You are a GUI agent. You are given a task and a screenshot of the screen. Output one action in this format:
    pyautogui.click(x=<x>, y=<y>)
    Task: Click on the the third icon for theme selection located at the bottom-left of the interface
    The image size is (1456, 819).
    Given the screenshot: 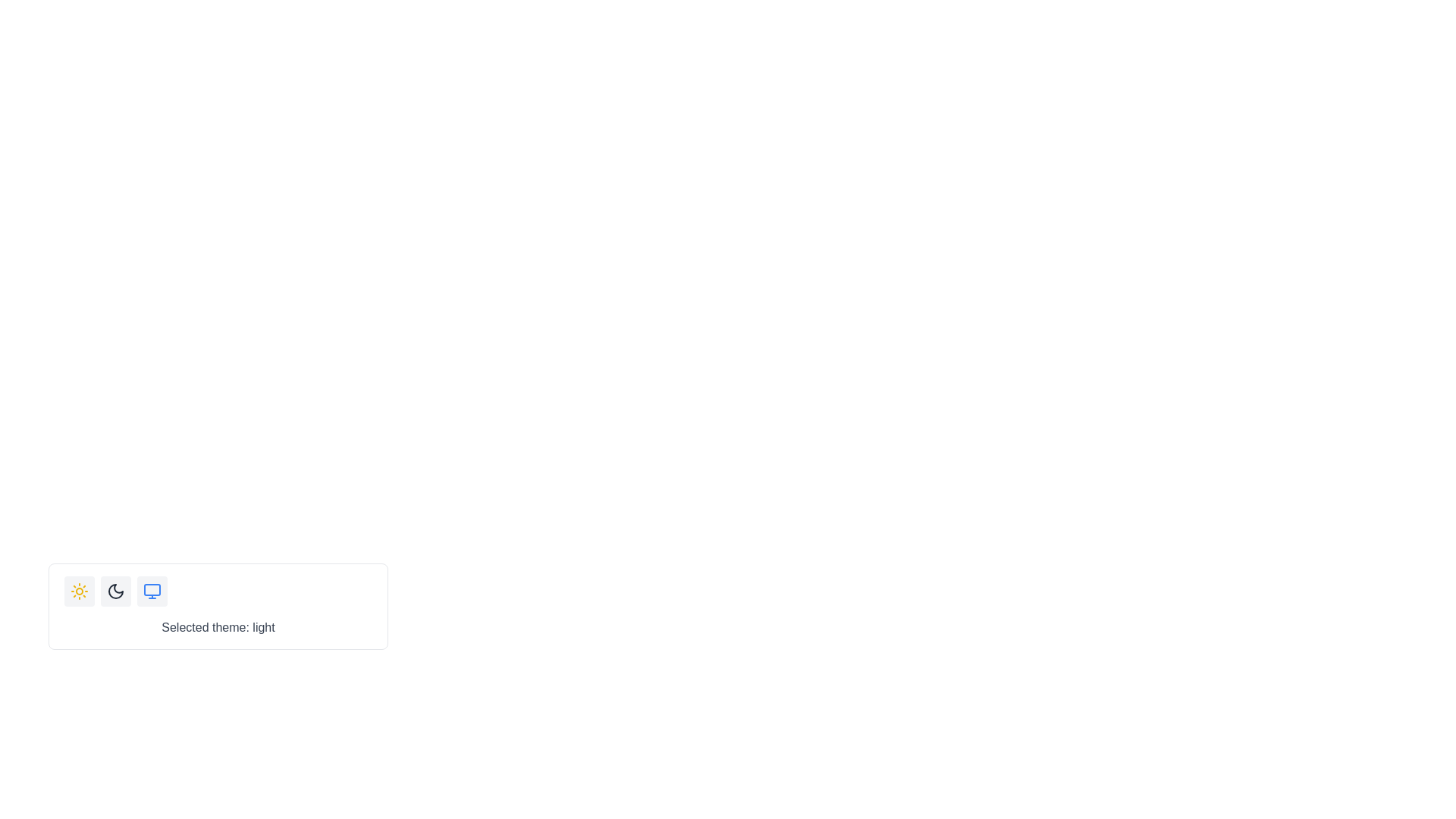 What is the action you would take?
    pyautogui.click(x=152, y=590)
    